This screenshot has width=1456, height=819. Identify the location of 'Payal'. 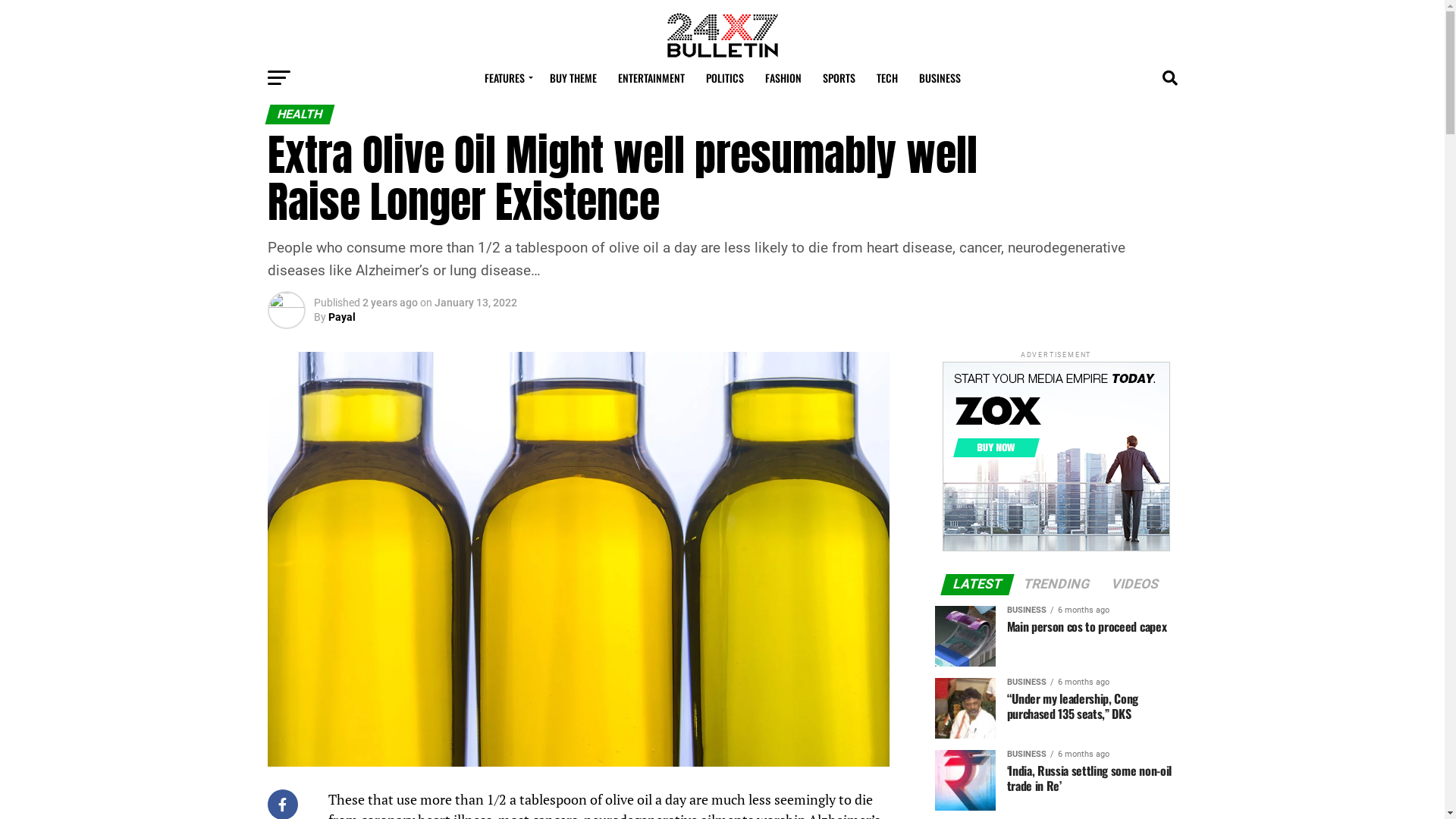
(327, 315).